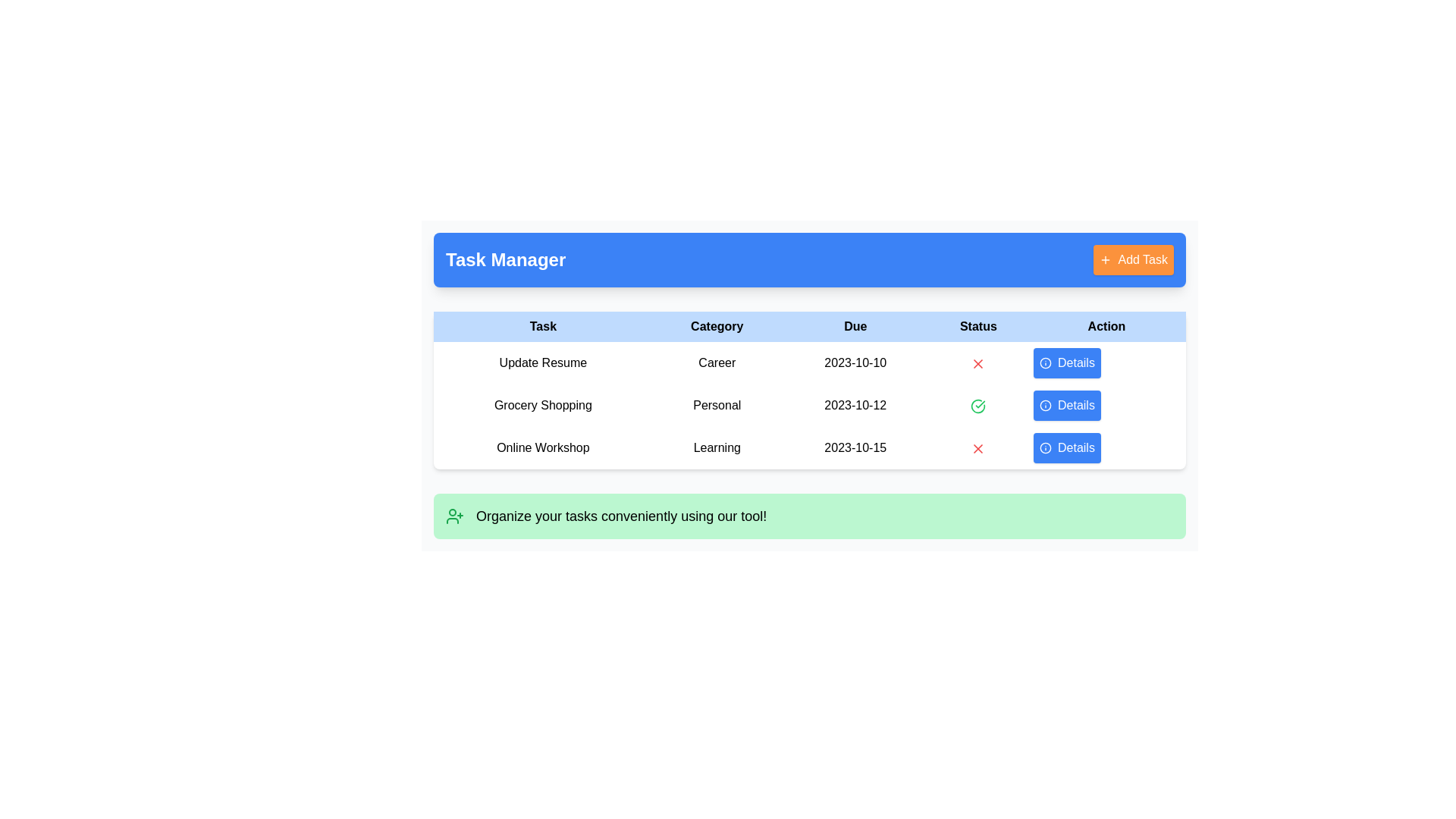 Image resolution: width=1456 pixels, height=819 pixels. Describe the element at coordinates (855, 326) in the screenshot. I see `the text label 'Due', which is formatted in bold black text on a light blue background and is the third cell in the header row of a table` at that location.